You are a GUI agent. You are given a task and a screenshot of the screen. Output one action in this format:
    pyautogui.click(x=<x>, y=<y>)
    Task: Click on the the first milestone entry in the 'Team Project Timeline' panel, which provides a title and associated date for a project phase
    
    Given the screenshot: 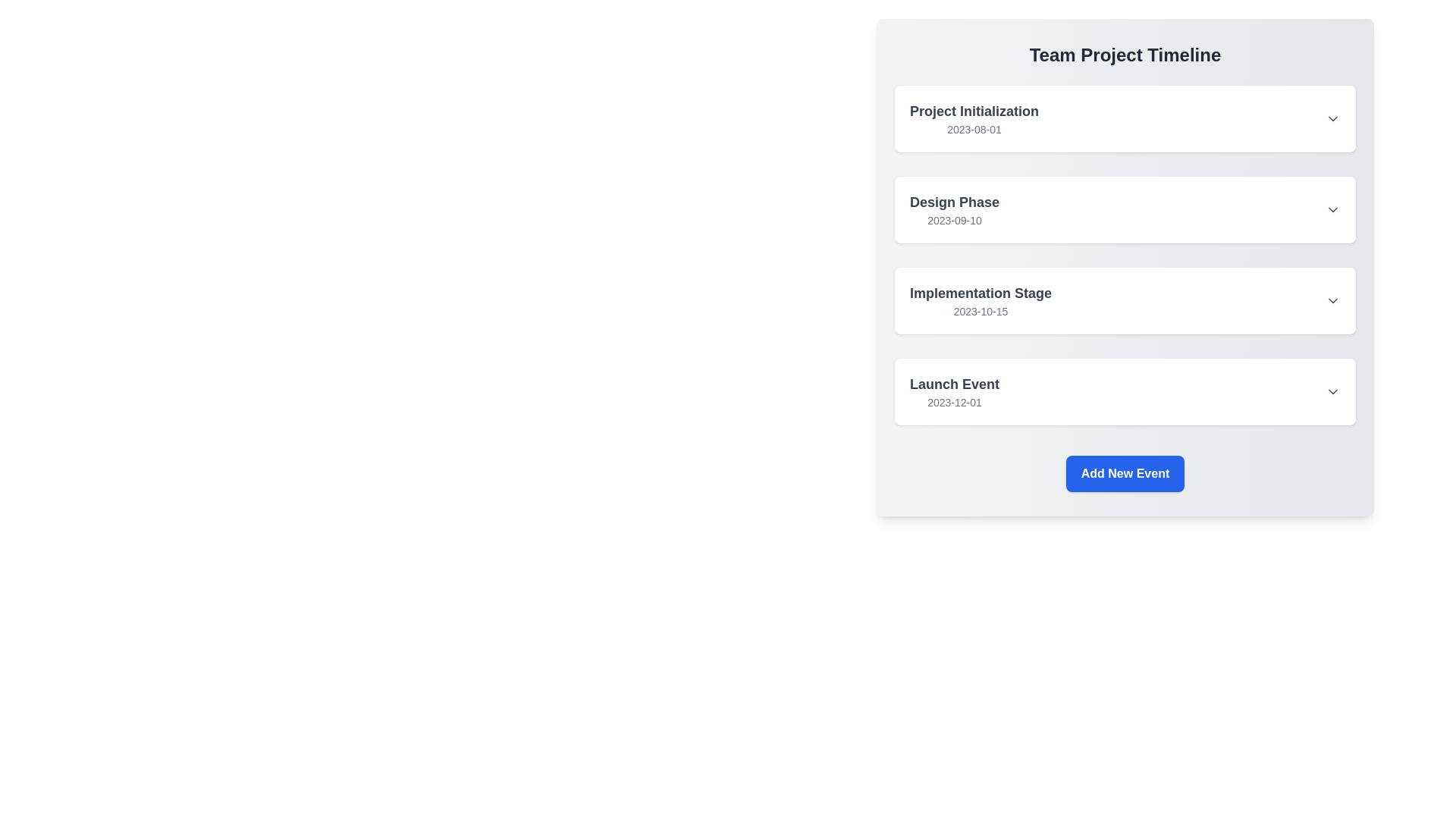 What is the action you would take?
    pyautogui.click(x=974, y=118)
    